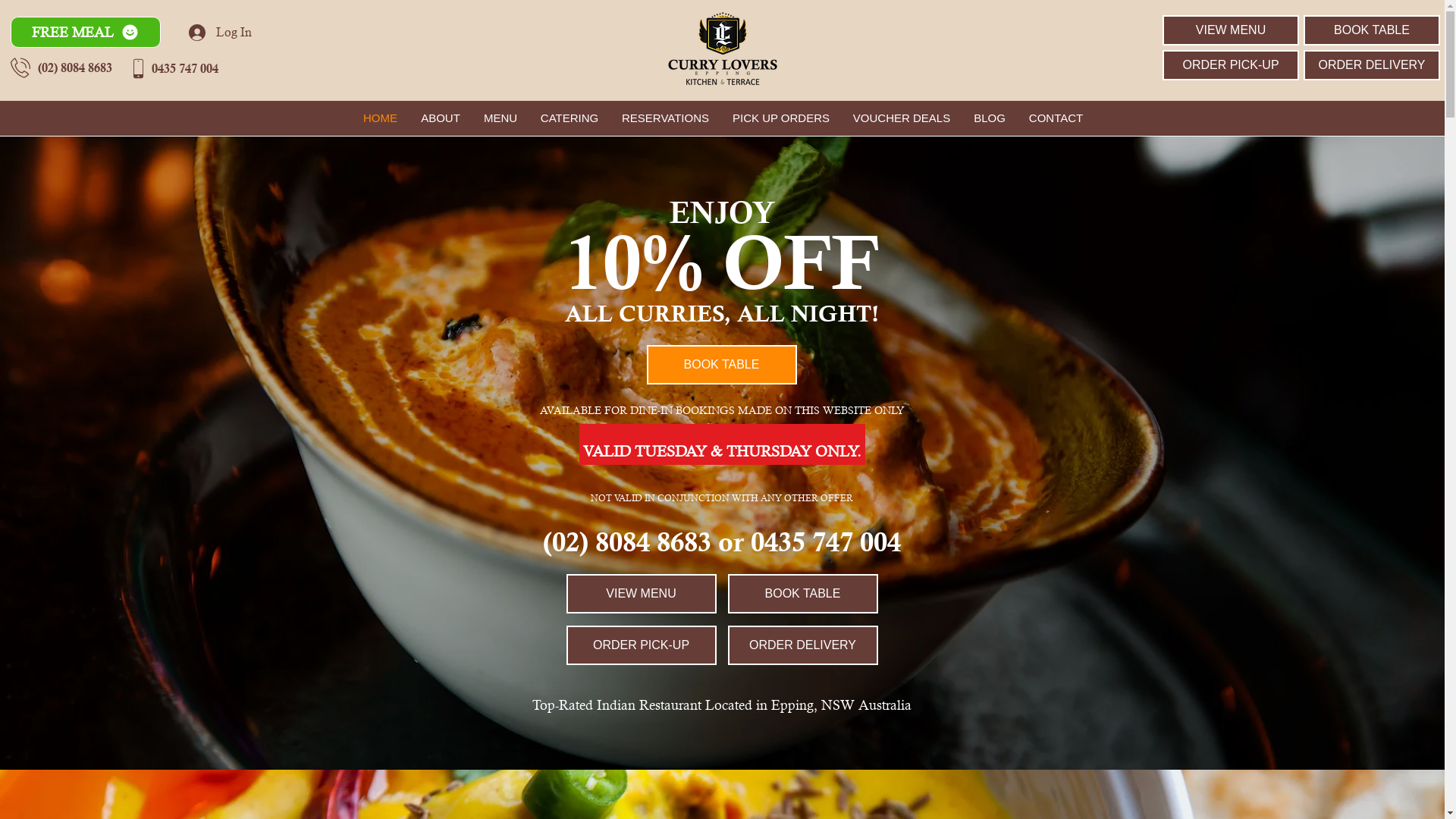  I want to click on 'CATERING', so click(569, 117).